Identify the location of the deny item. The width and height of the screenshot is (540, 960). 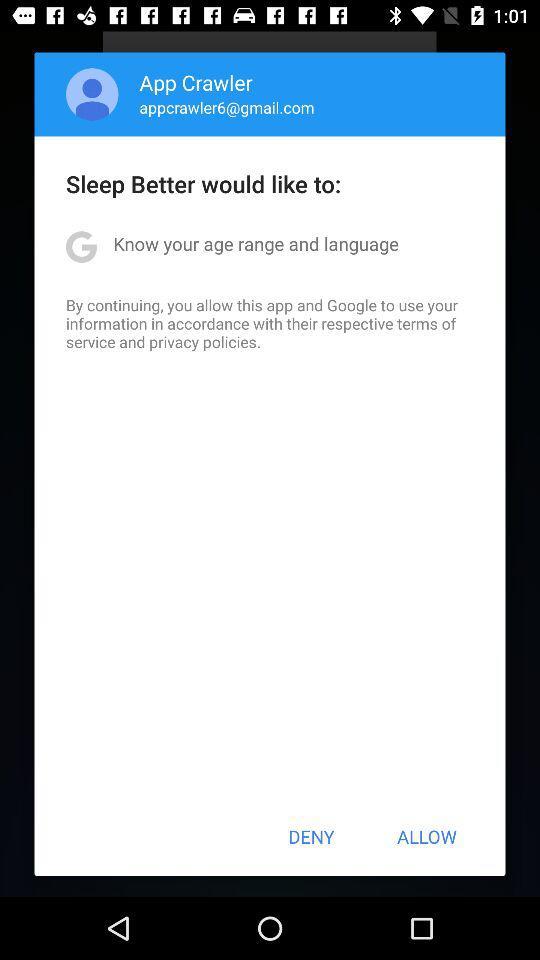
(311, 836).